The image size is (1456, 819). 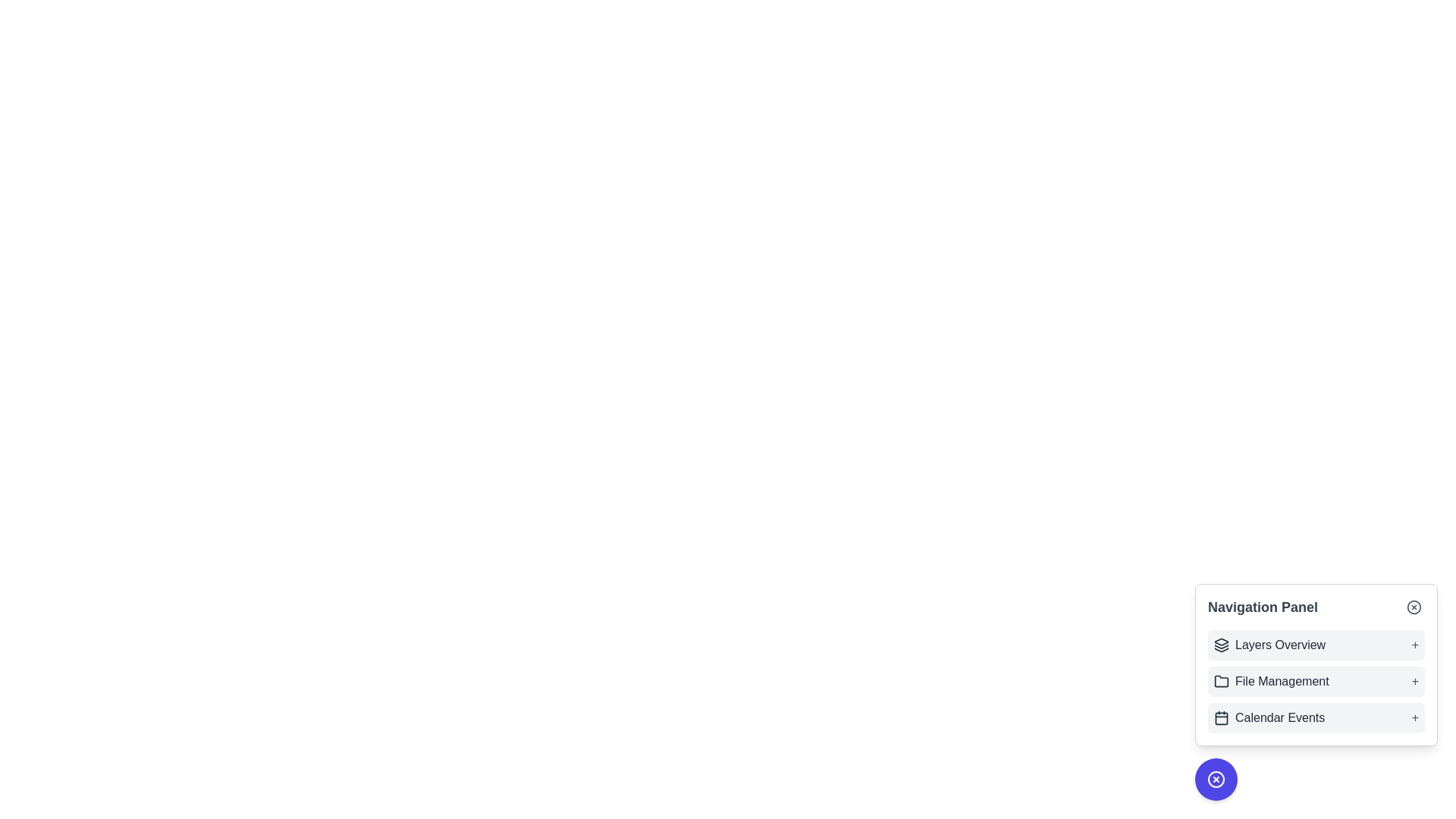 I want to click on the dismiss button located at the bottom-right corner beneath the 'Navigation Panel' to observe the tooltip or color change, so click(x=1216, y=780).